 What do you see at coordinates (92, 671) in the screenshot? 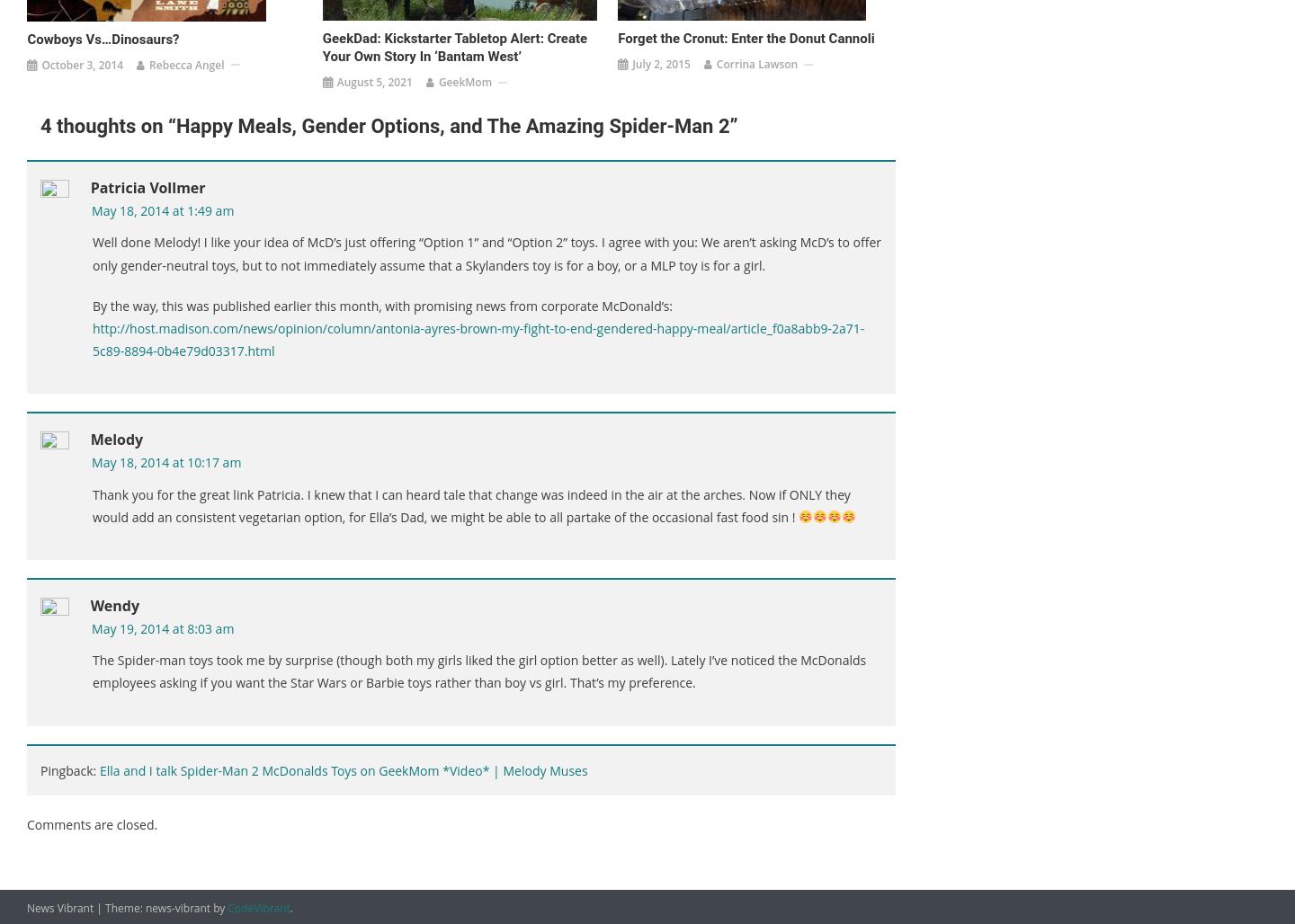
I see `'The Spider-man toys took me by surprise (though both my girls liked the girl option better as well).  Lately I’ve noticed the McDonalds employees asking if you want the Star Wars or Barbie toys rather than boy vs girl. That’s my preference.'` at bounding box center [92, 671].